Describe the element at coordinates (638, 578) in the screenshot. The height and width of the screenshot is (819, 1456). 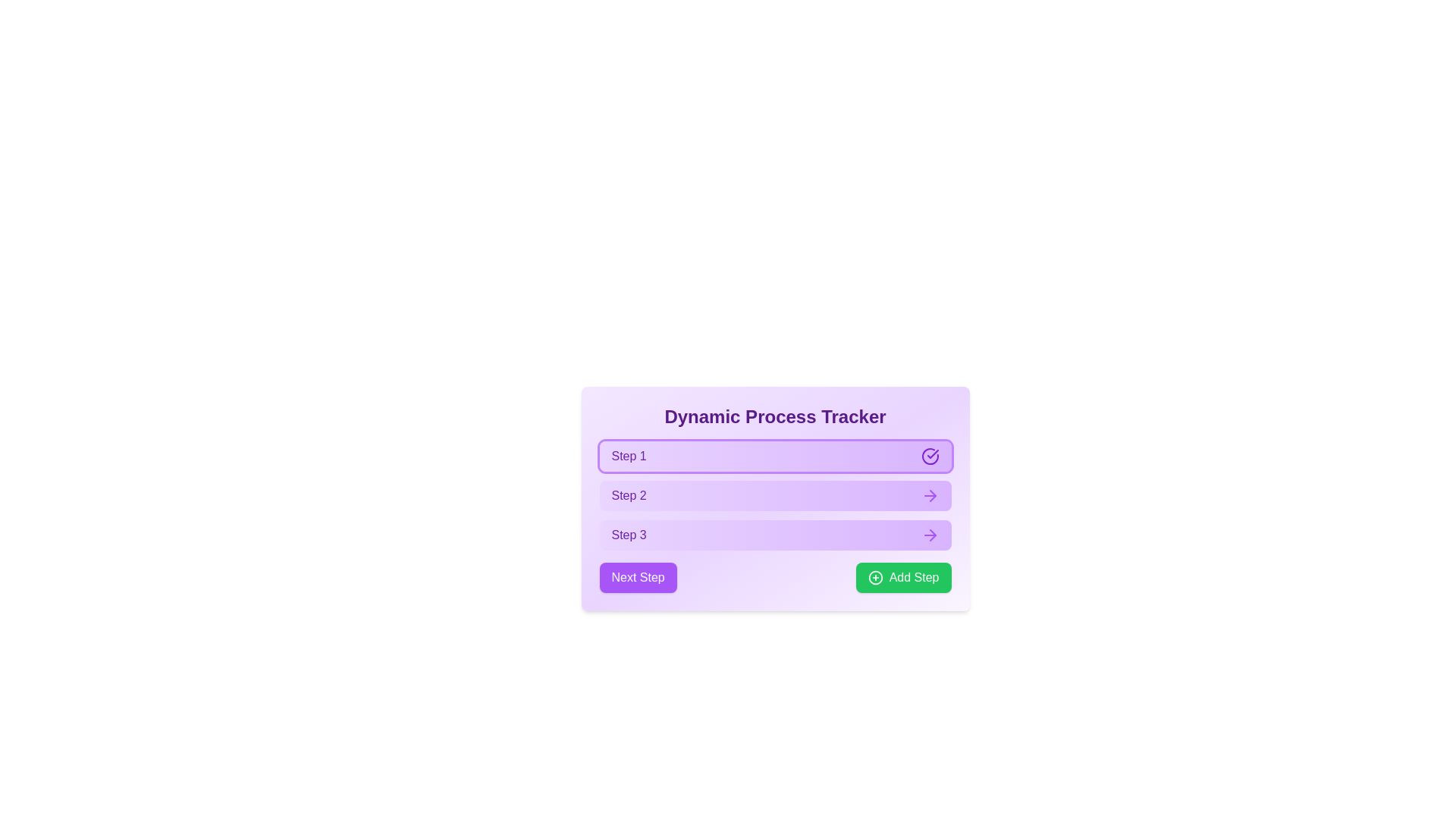
I see `the button that initiates the next step in a sequential process, located on the left side of a grouping of buttons, adjacent to the 'Add Step' green button` at that location.